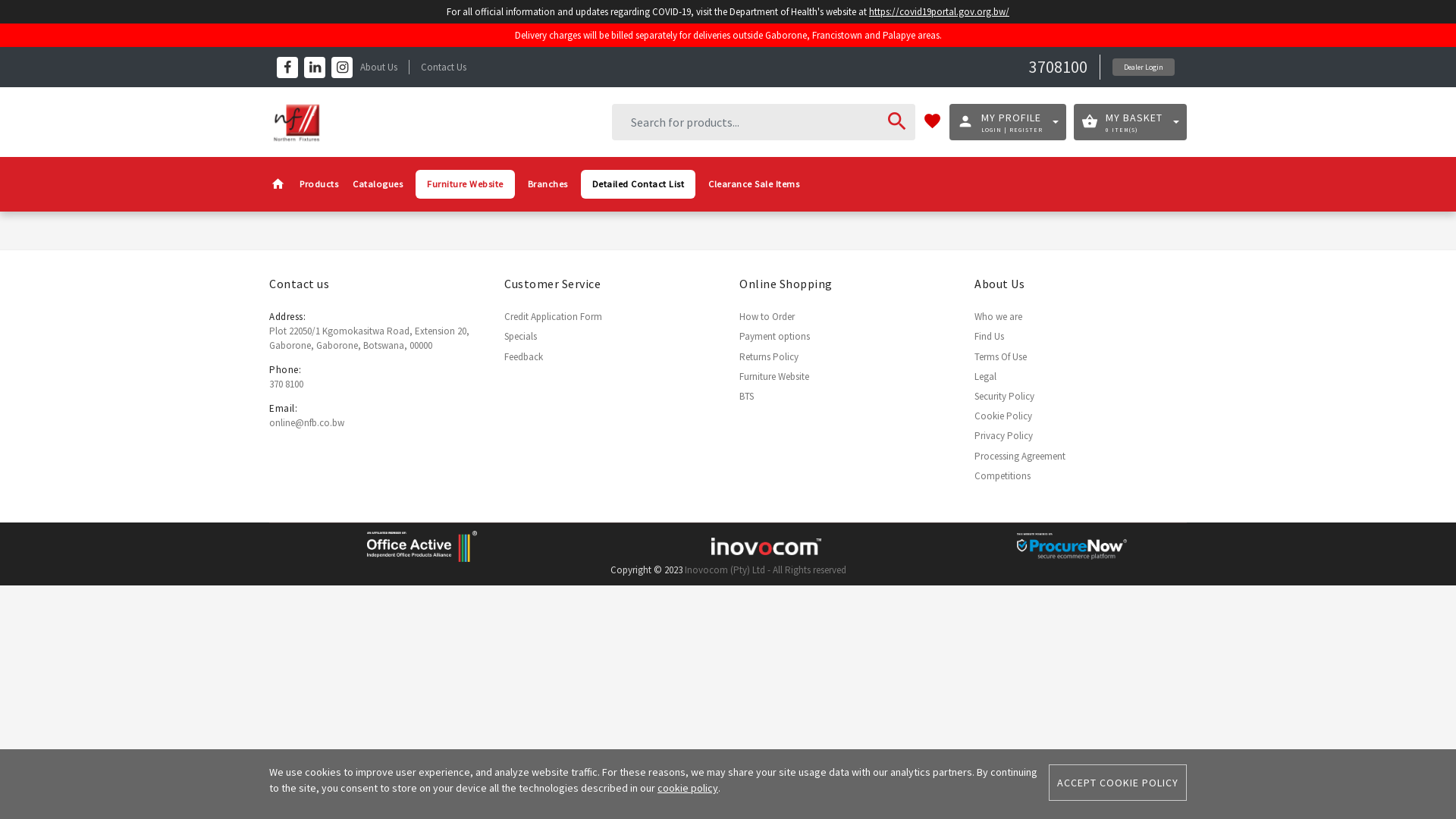  What do you see at coordinates (774, 335) in the screenshot?
I see `'Payment options'` at bounding box center [774, 335].